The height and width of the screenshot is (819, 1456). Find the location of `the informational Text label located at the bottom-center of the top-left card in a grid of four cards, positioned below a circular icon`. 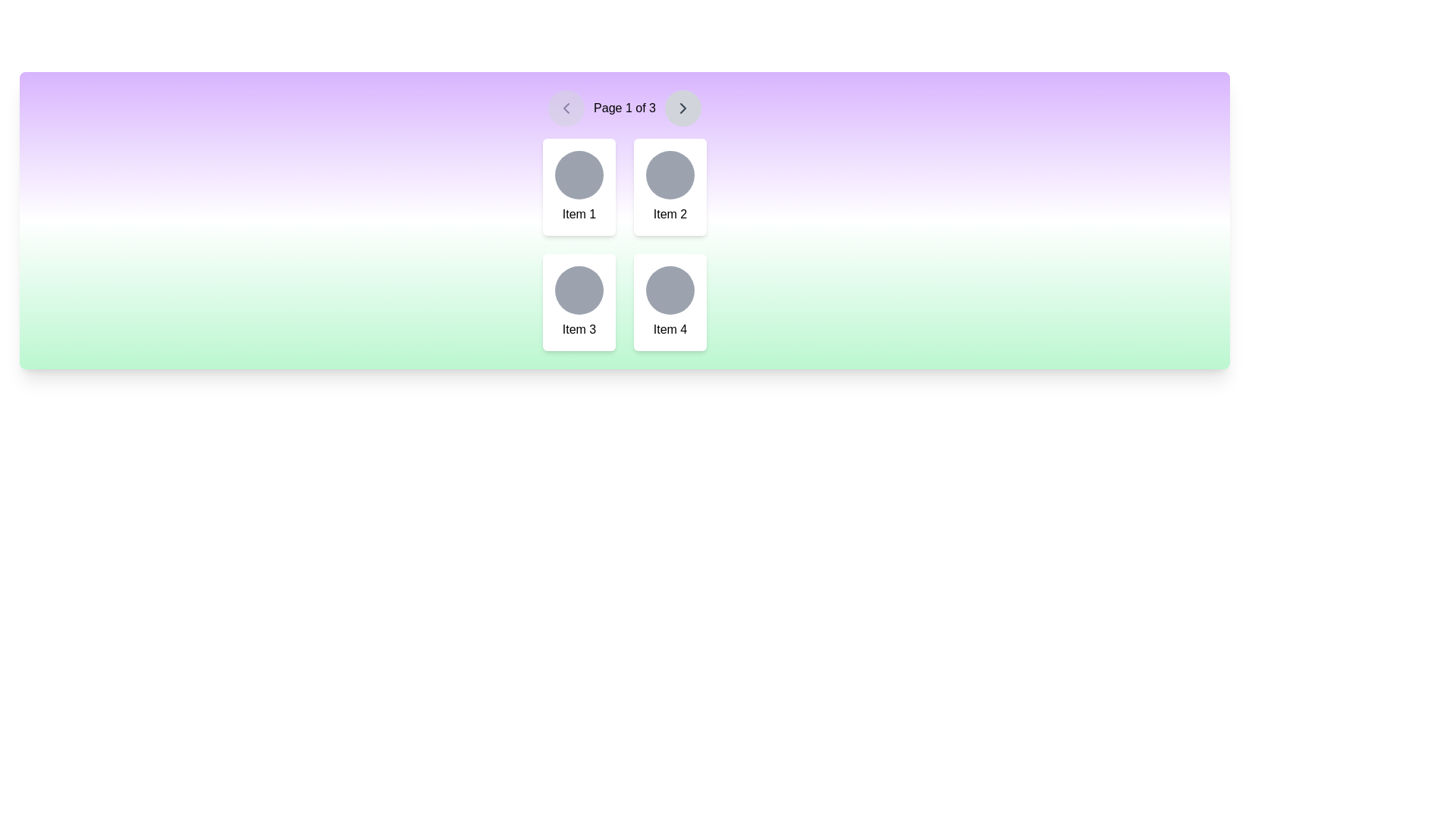

the informational Text label located at the bottom-center of the top-left card in a grid of four cards, positioned below a circular icon is located at coordinates (578, 214).